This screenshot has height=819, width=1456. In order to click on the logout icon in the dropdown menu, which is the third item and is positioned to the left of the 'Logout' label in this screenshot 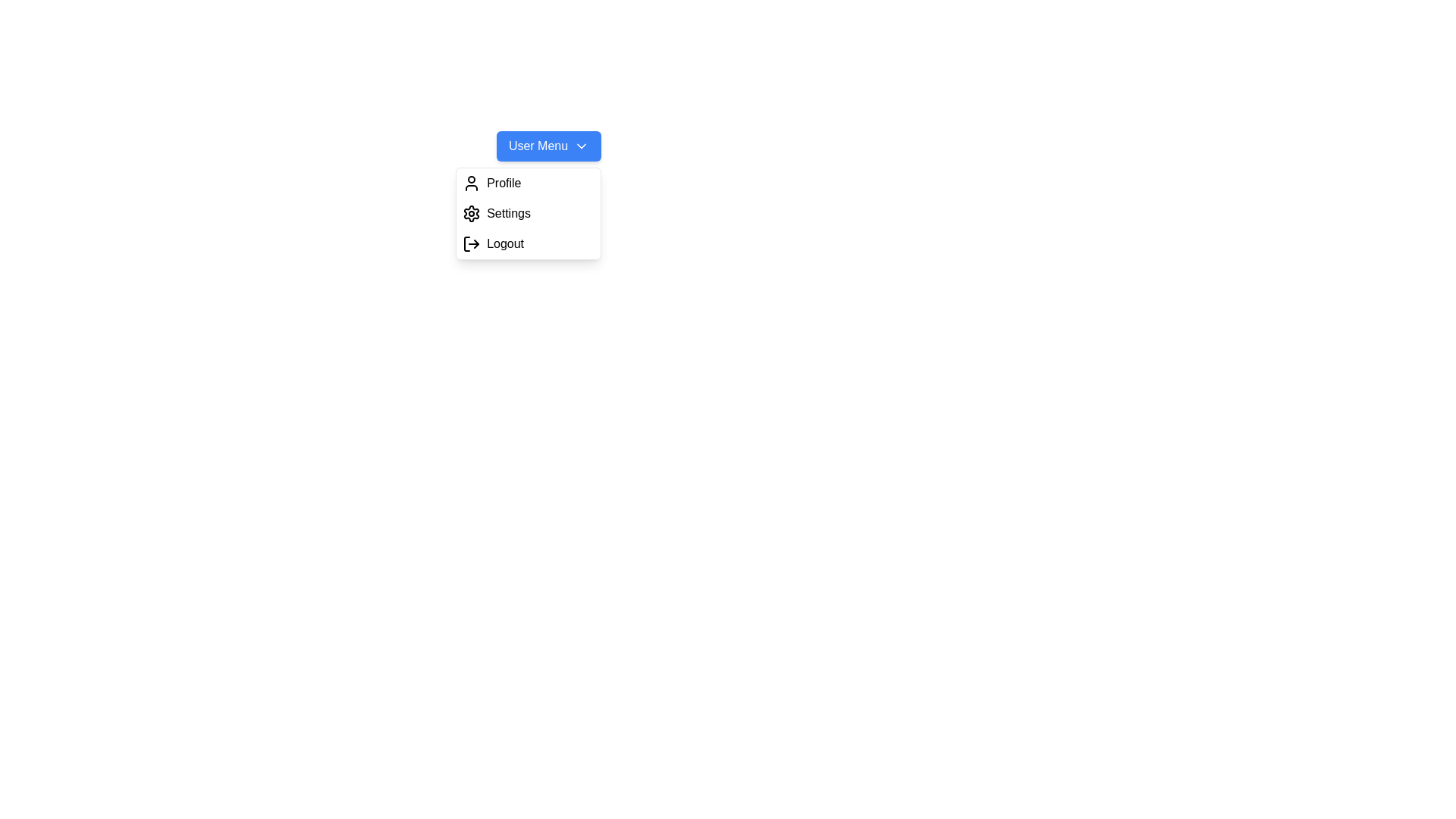, I will do `click(475, 243)`.